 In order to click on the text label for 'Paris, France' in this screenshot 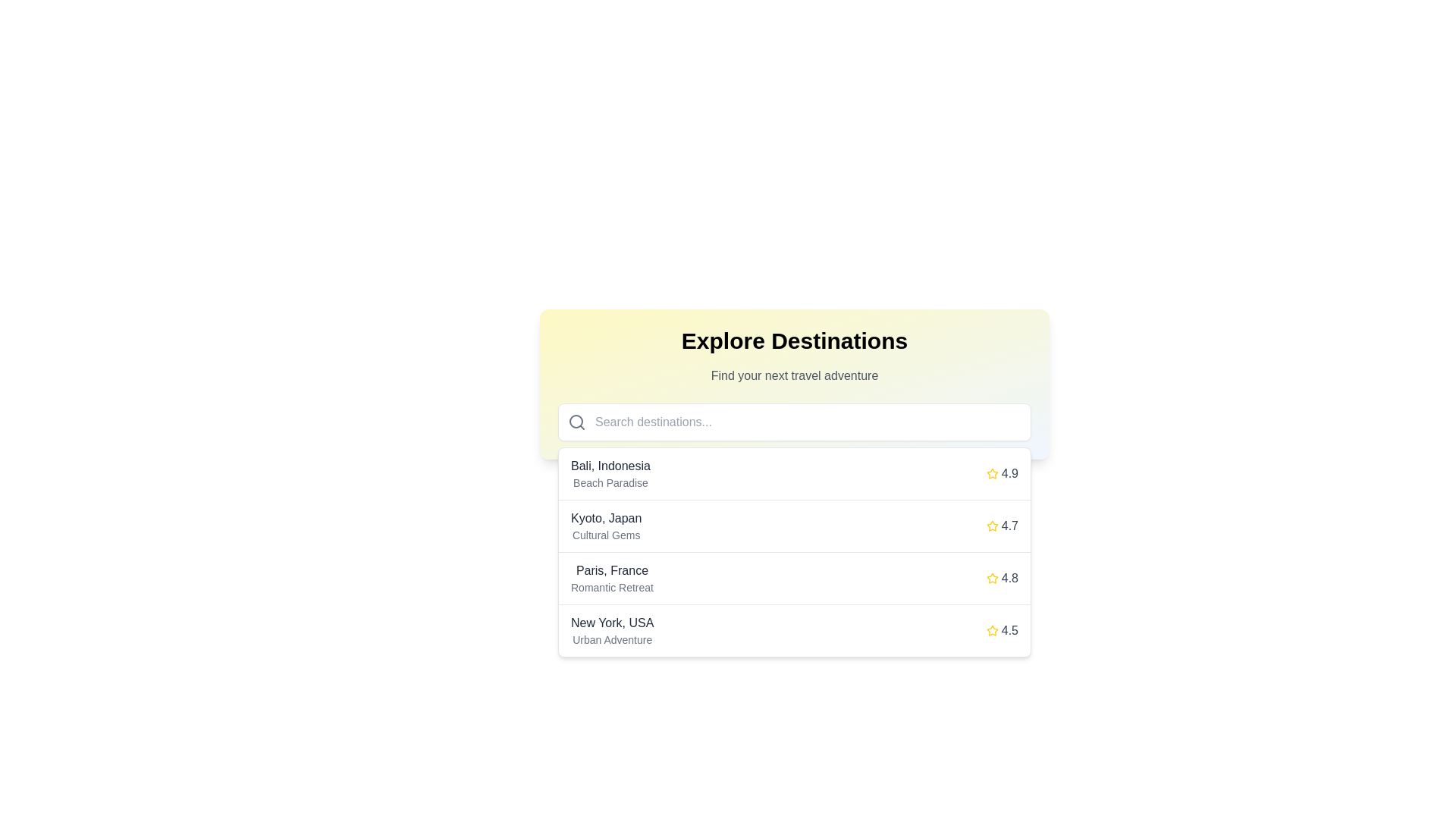, I will do `click(612, 579)`.